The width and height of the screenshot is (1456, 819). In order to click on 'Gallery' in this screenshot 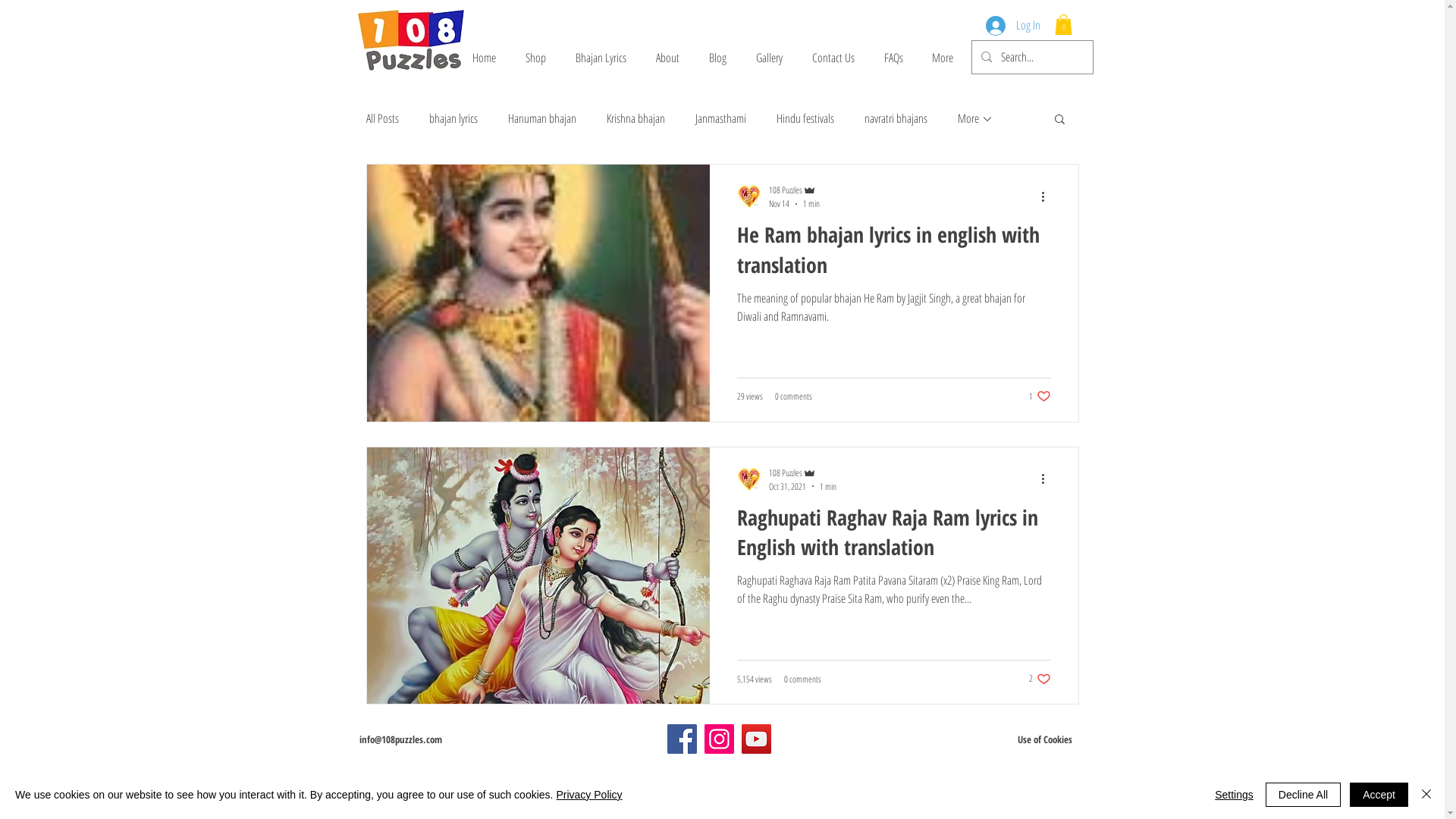, I will do `click(769, 57)`.